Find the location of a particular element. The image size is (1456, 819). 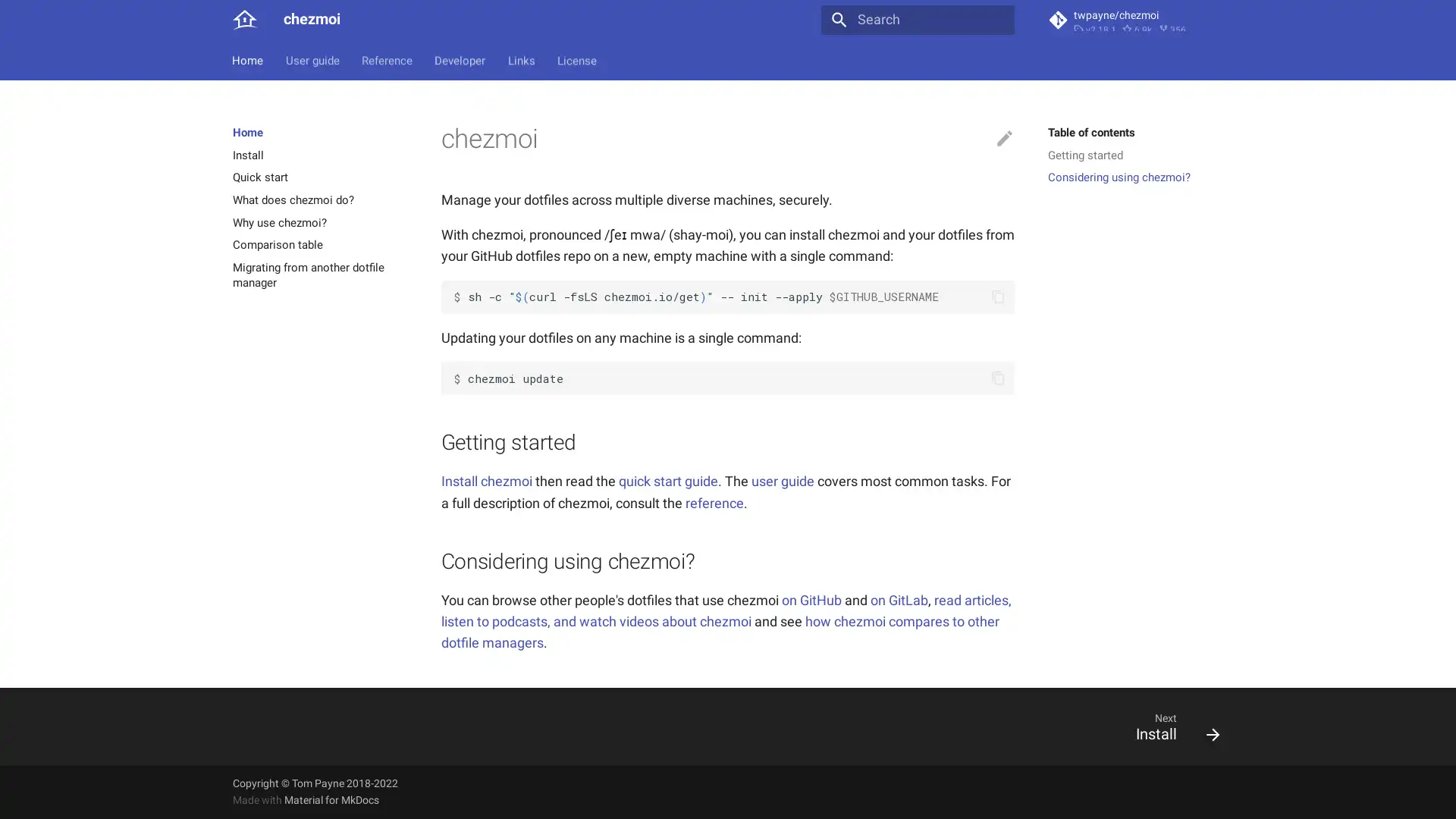

Copy to clipboard is located at coordinates (997, 377).